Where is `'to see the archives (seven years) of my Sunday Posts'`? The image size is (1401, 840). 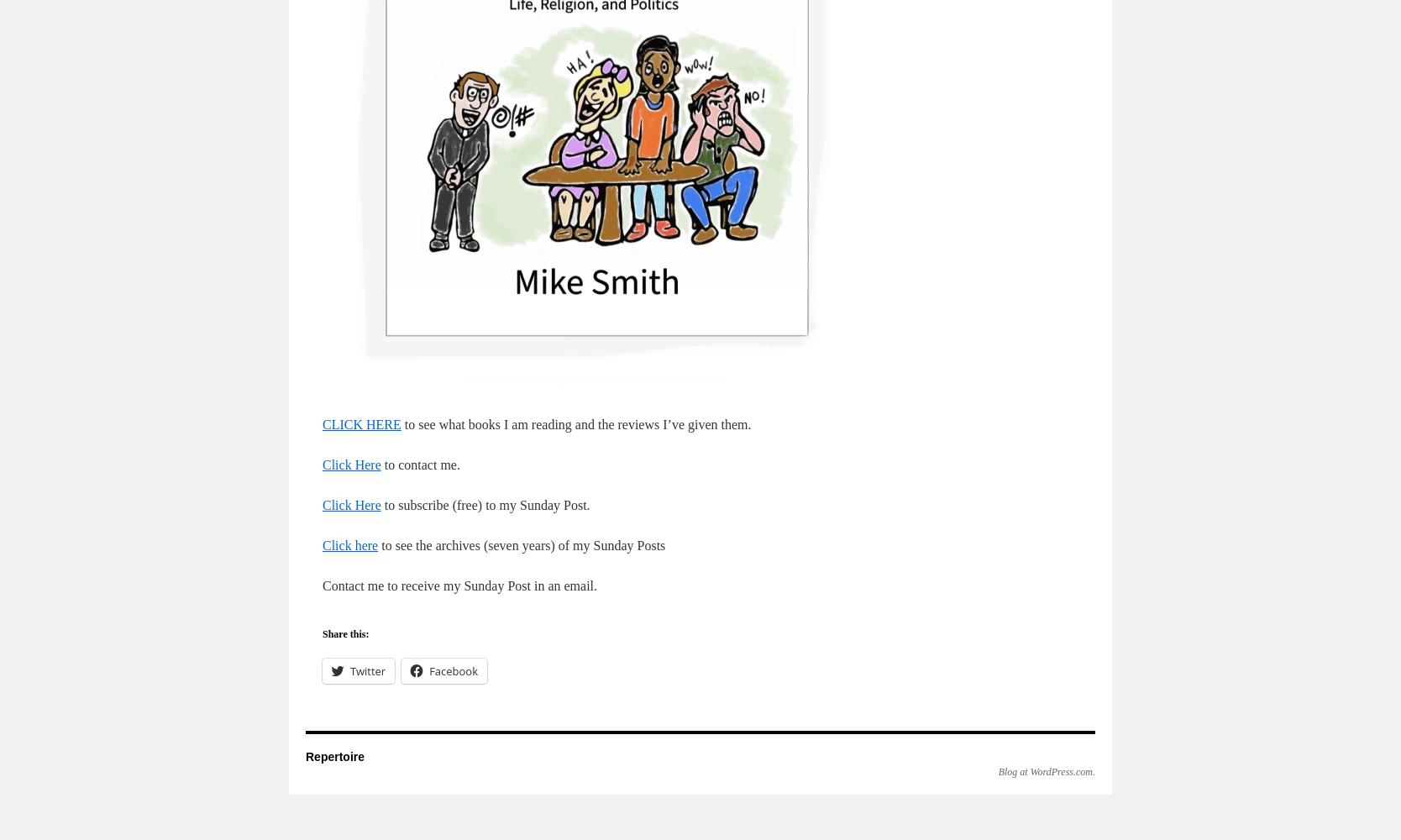 'to see the archives (seven years) of my Sunday Posts' is located at coordinates (521, 545).